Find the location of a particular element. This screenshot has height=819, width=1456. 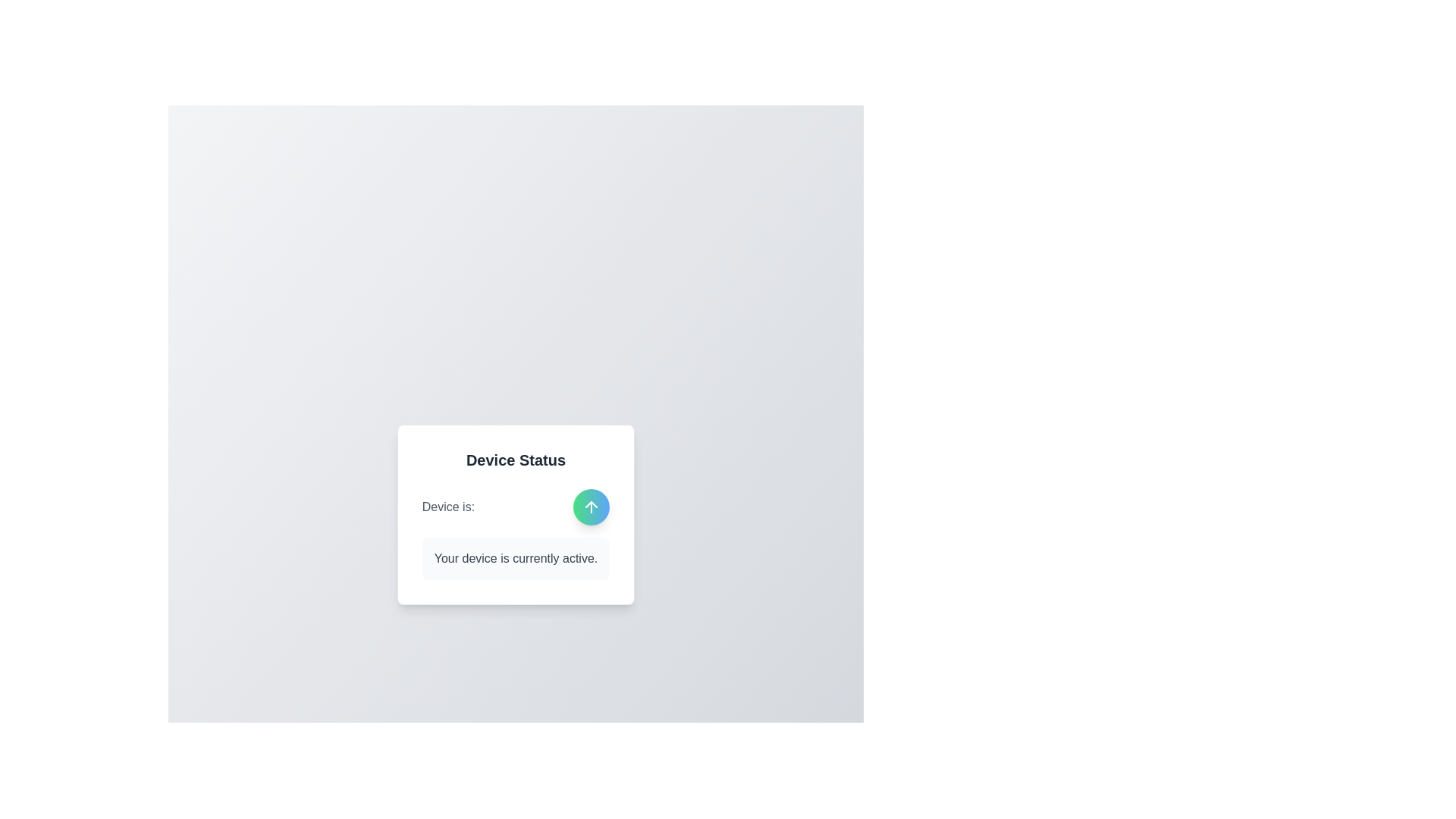

the text label header that indicates the context or purpose of the associated components below it, specifically about the status of a device is located at coordinates (516, 459).